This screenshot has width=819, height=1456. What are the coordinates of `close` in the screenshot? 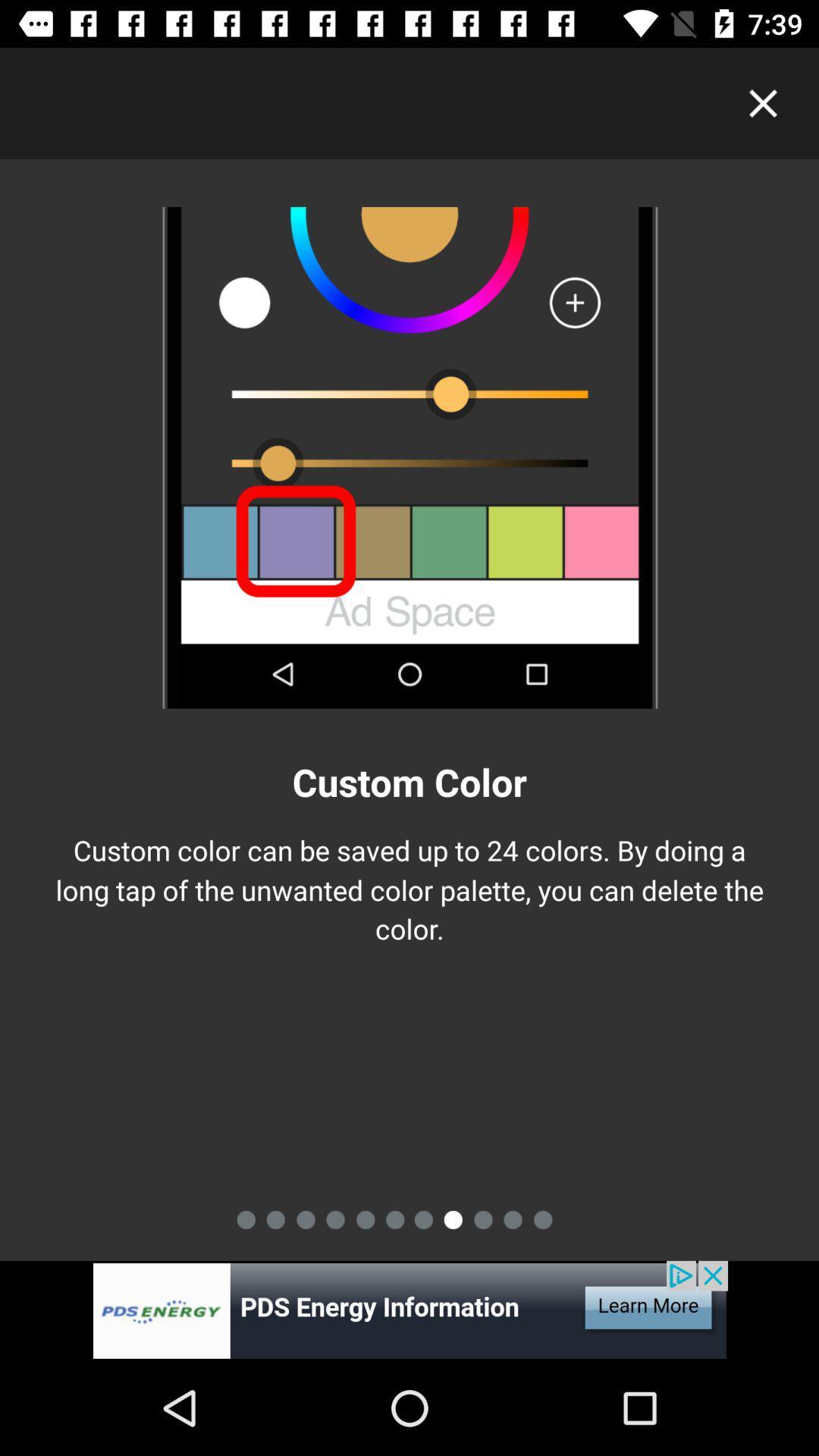 It's located at (763, 102).